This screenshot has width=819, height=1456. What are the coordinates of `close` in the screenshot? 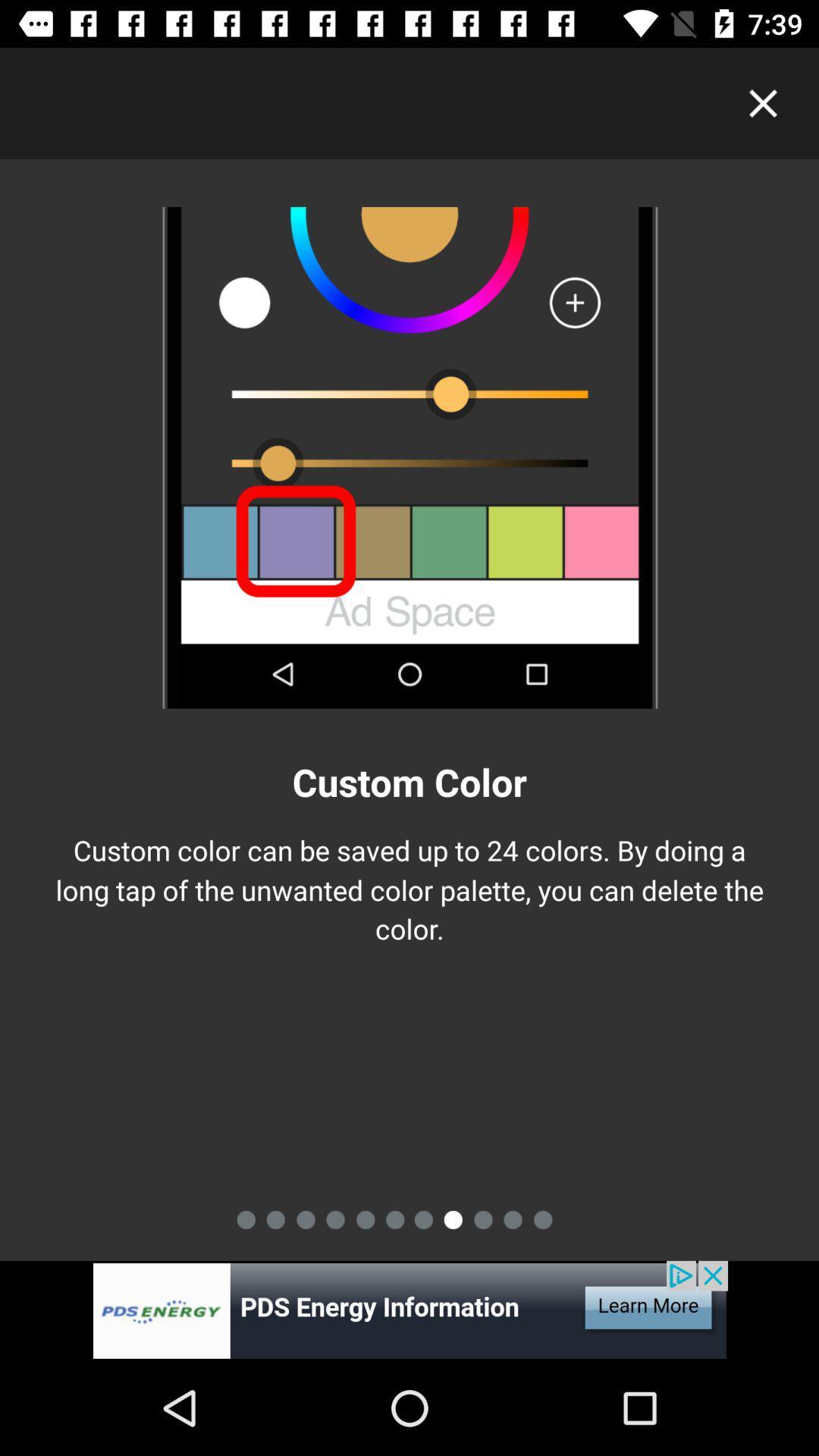 It's located at (763, 102).